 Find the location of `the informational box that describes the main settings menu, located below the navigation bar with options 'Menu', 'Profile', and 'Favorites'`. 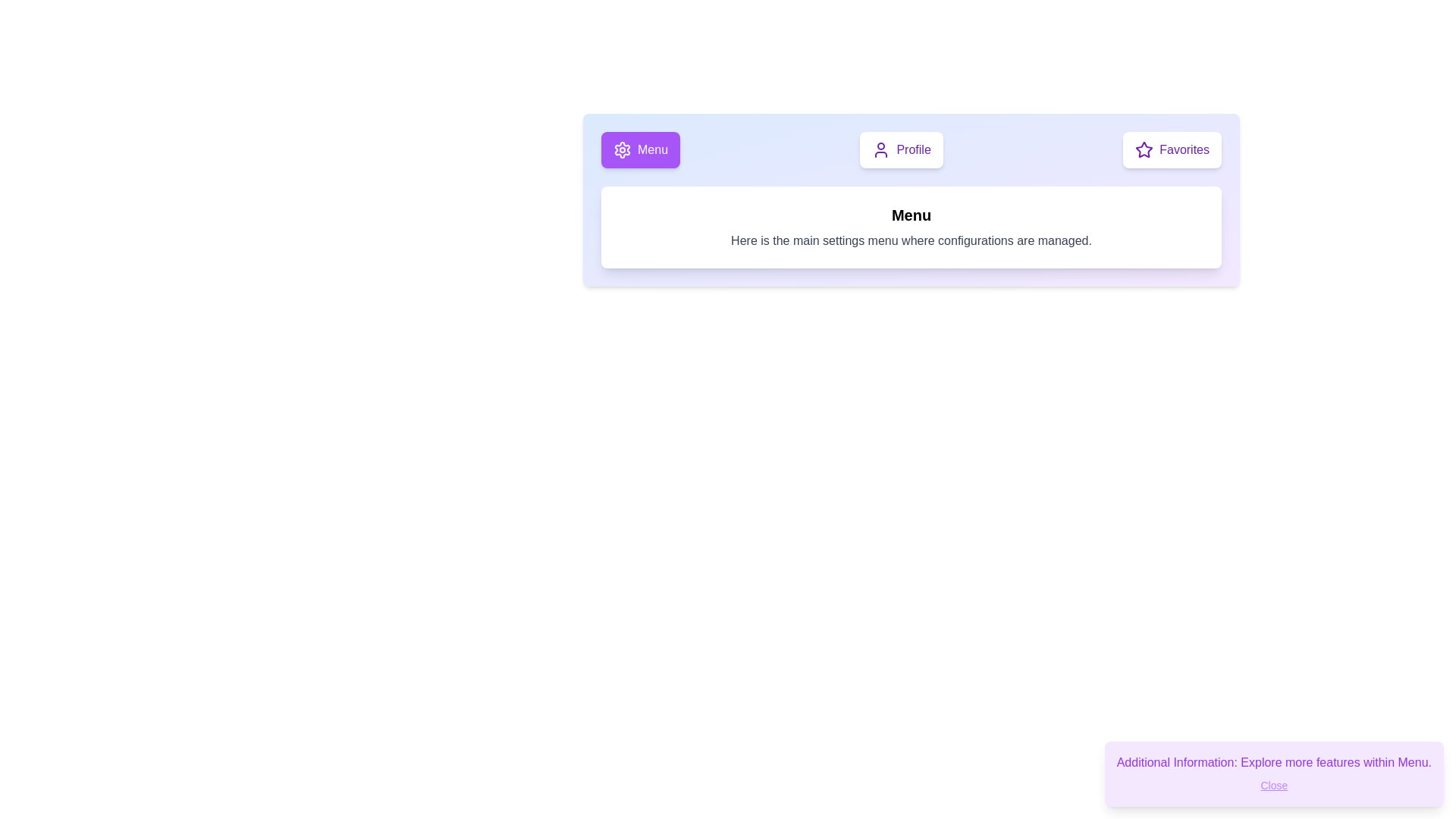

the informational box that describes the main settings menu, located below the navigation bar with options 'Menu', 'Profile', and 'Favorites' is located at coordinates (910, 227).